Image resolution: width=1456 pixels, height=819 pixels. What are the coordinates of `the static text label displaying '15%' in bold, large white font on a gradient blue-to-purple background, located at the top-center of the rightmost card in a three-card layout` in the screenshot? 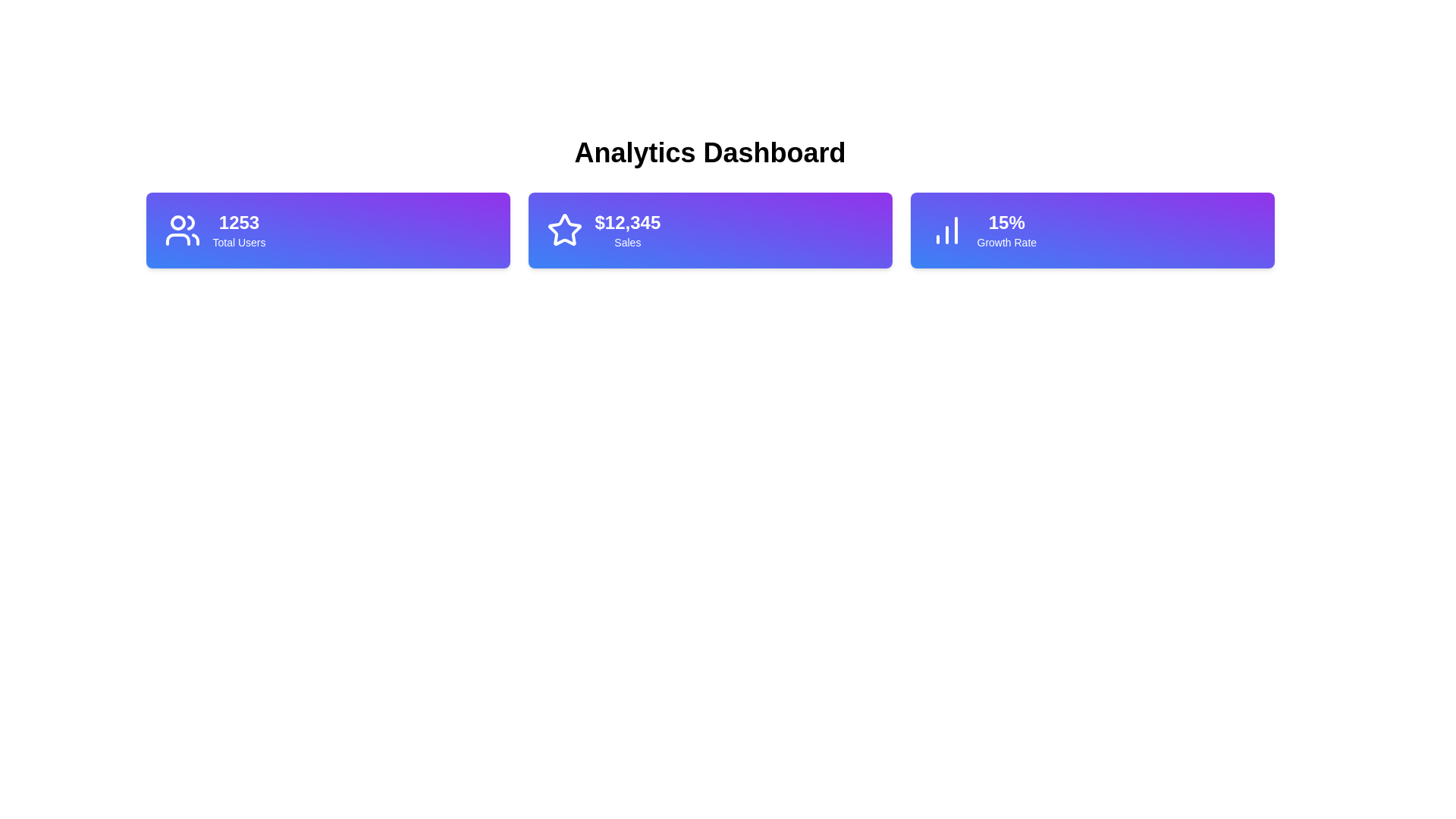 It's located at (1006, 222).